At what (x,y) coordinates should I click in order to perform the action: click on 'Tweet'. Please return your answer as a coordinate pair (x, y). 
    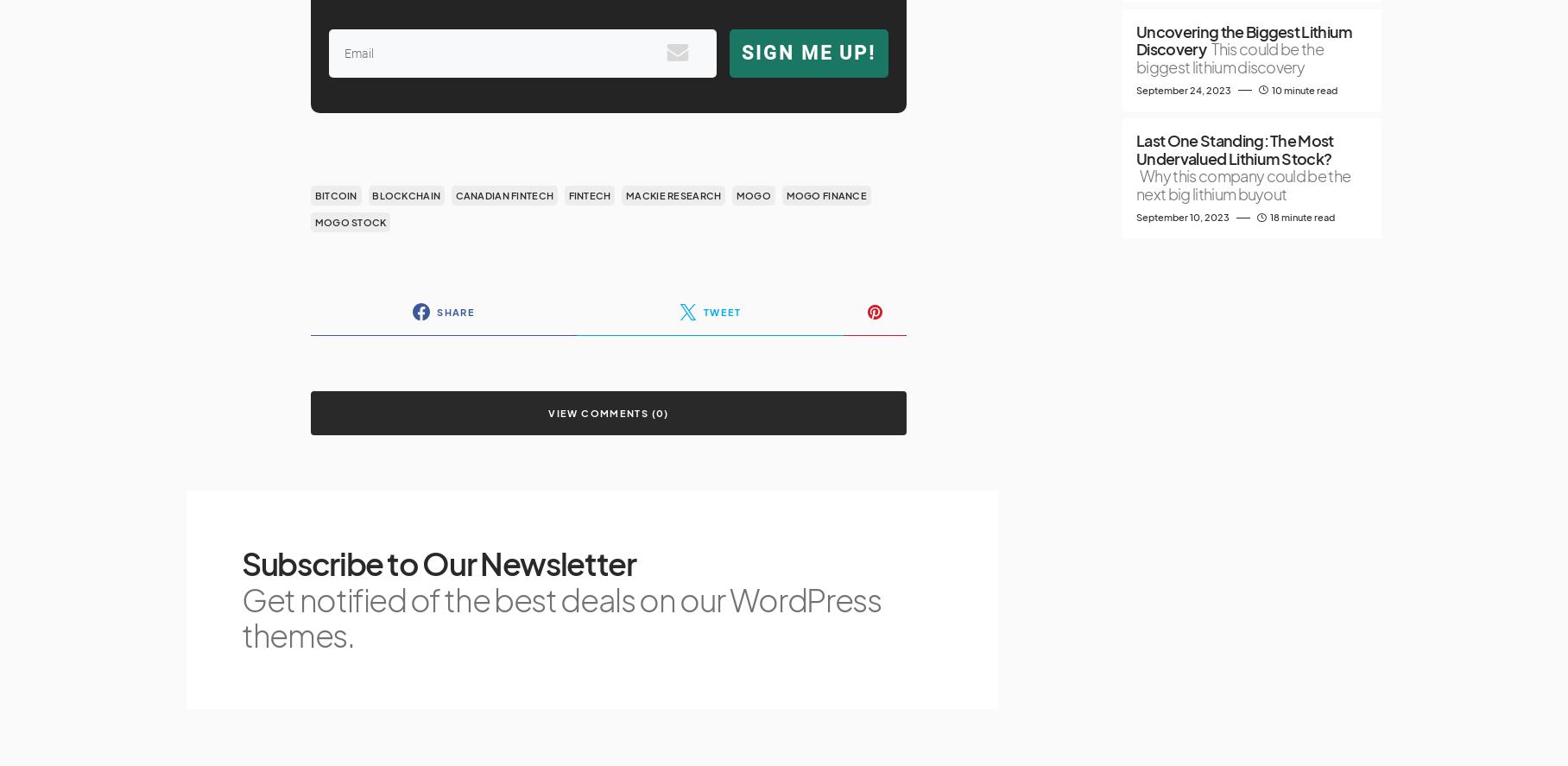
    Looking at the image, I should click on (721, 310).